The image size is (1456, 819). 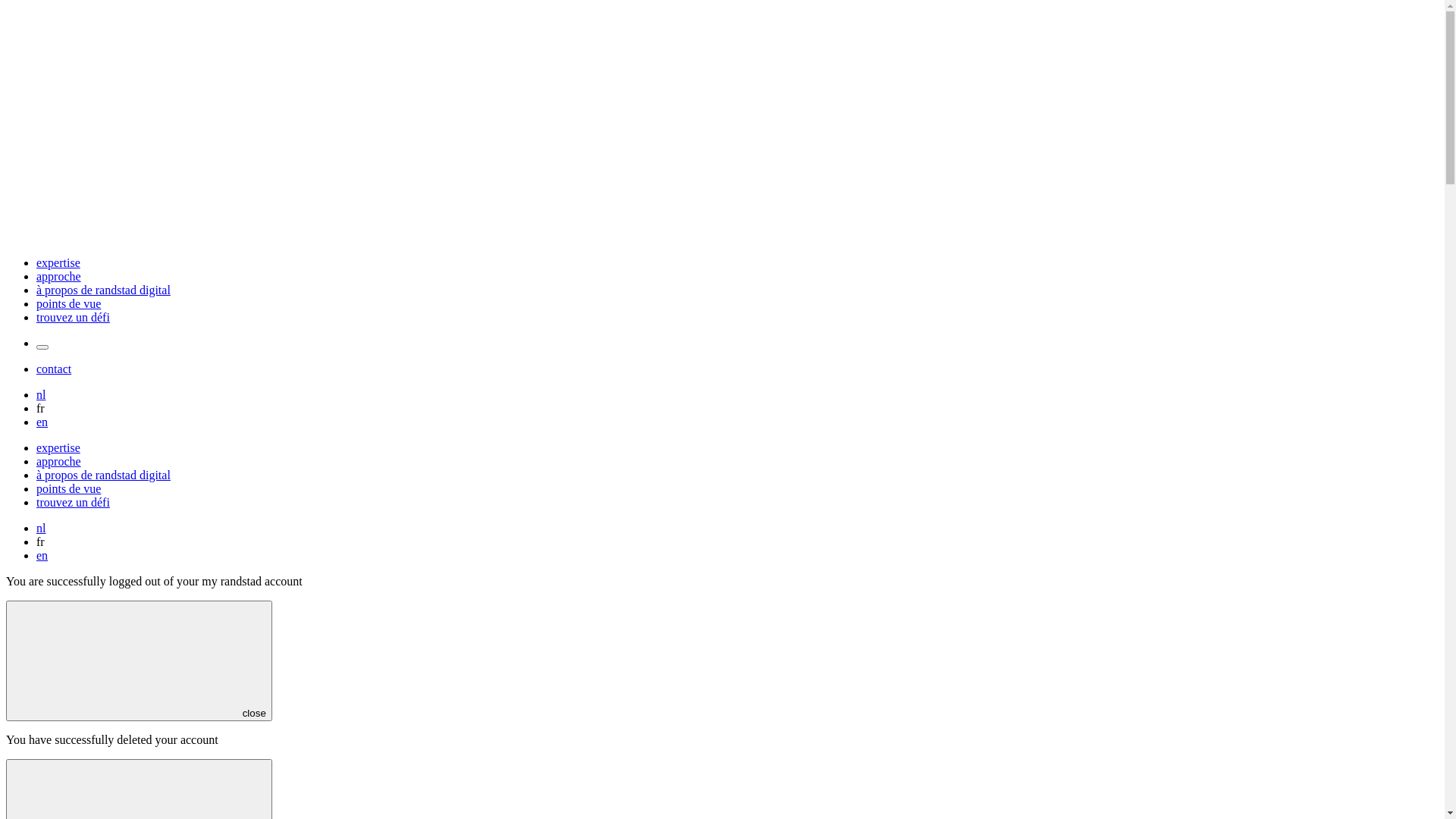 I want to click on 'points de vue', so click(x=67, y=488).